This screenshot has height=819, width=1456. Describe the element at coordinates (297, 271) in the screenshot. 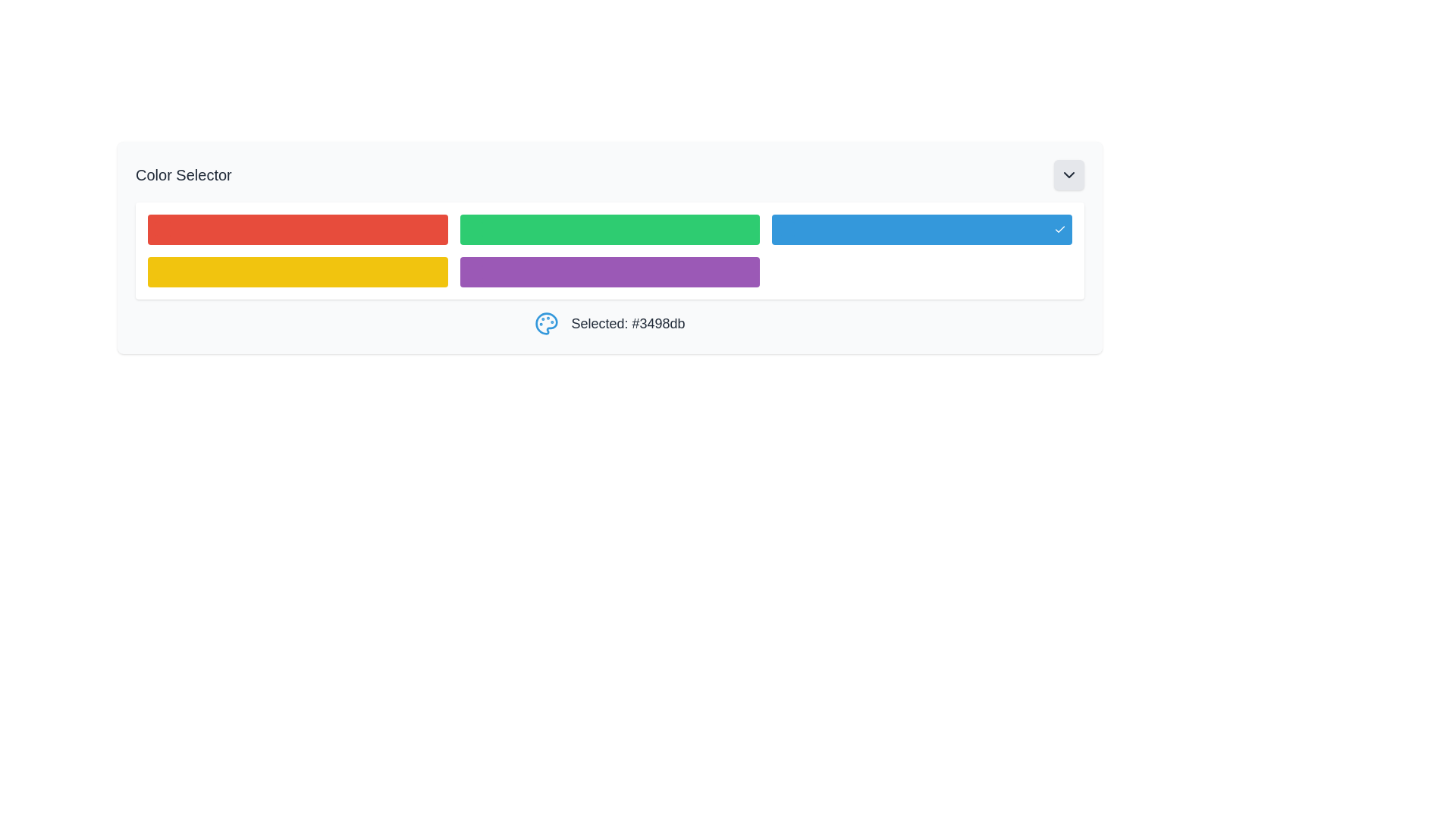

I see `the bright yellow rectangular button with rounded corners, which is the third element in the second row of a grid layout` at that location.